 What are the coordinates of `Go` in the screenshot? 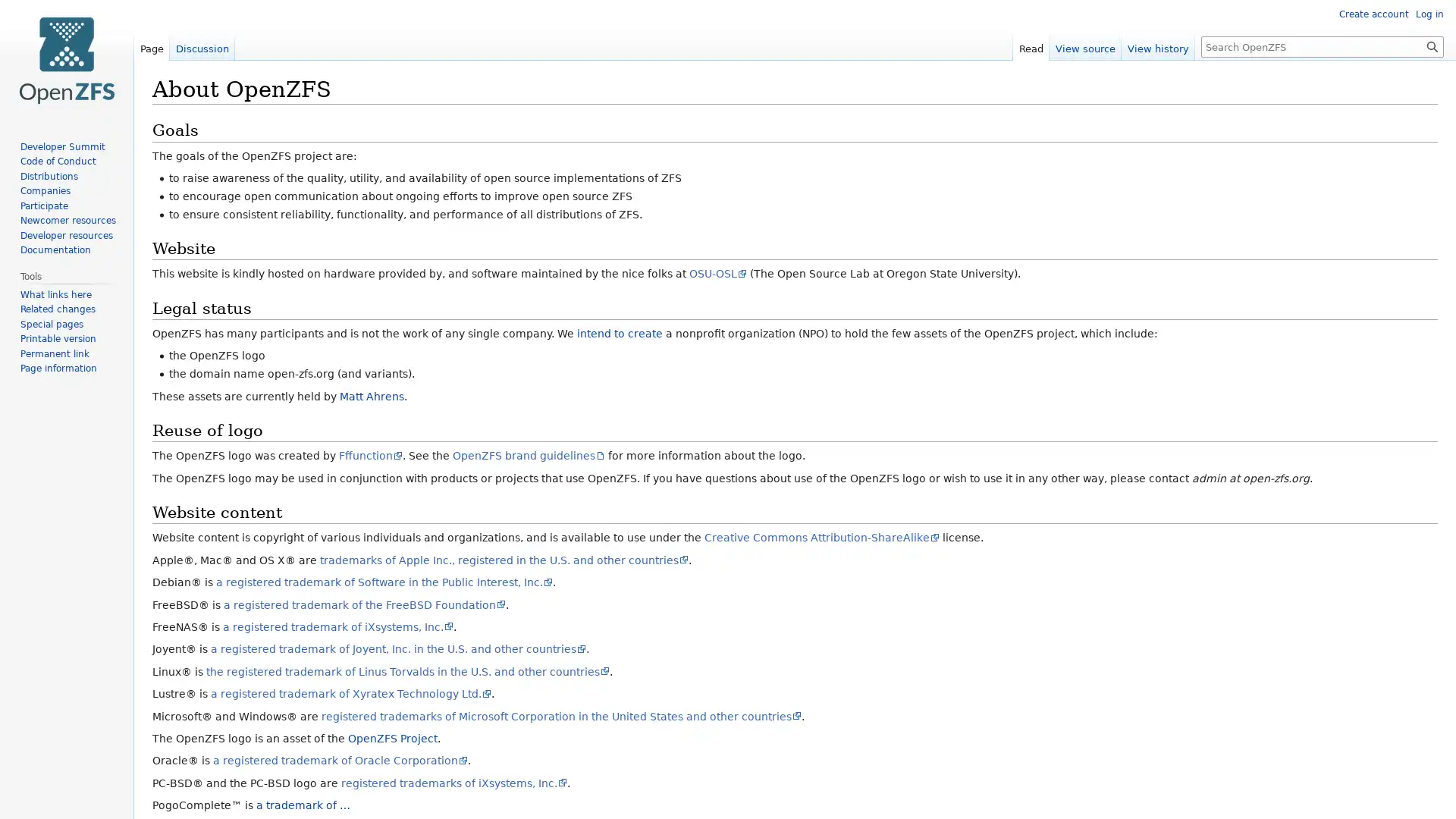 It's located at (1432, 45).